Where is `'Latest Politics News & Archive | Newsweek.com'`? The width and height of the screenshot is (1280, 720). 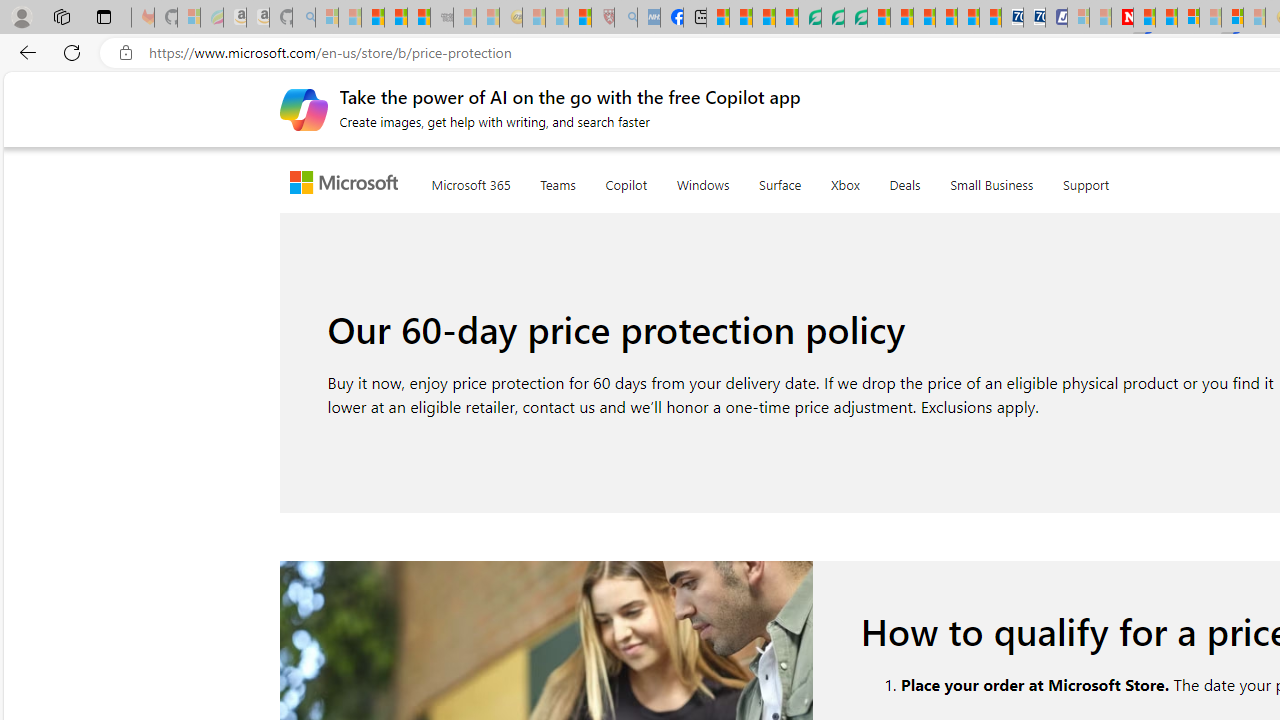 'Latest Politics News & Archive | Newsweek.com' is located at coordinates (1122, 17).